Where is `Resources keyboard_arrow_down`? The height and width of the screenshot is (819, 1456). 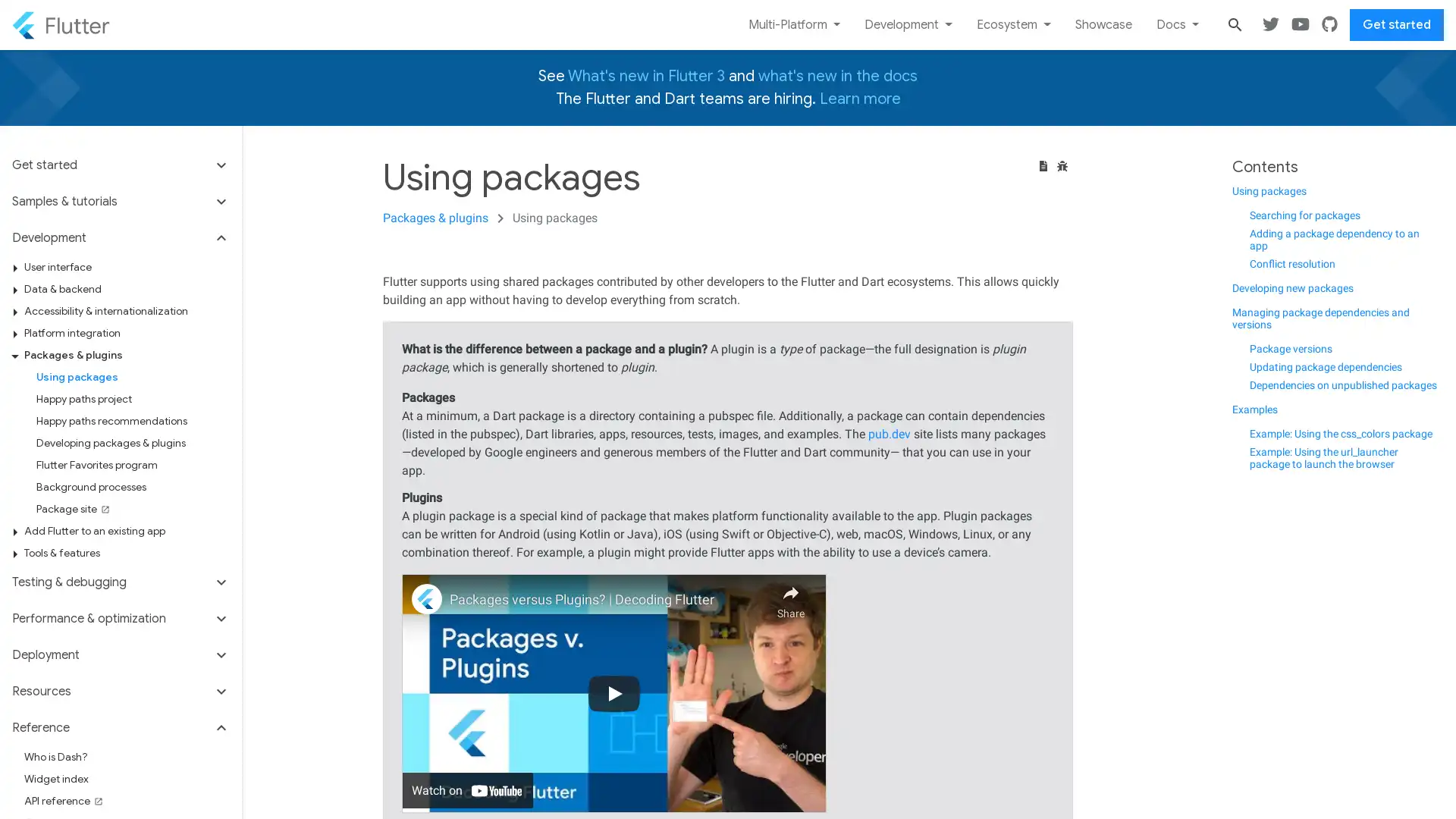
Resources keyboard_arrow_down is located at coordinates (120, 691).